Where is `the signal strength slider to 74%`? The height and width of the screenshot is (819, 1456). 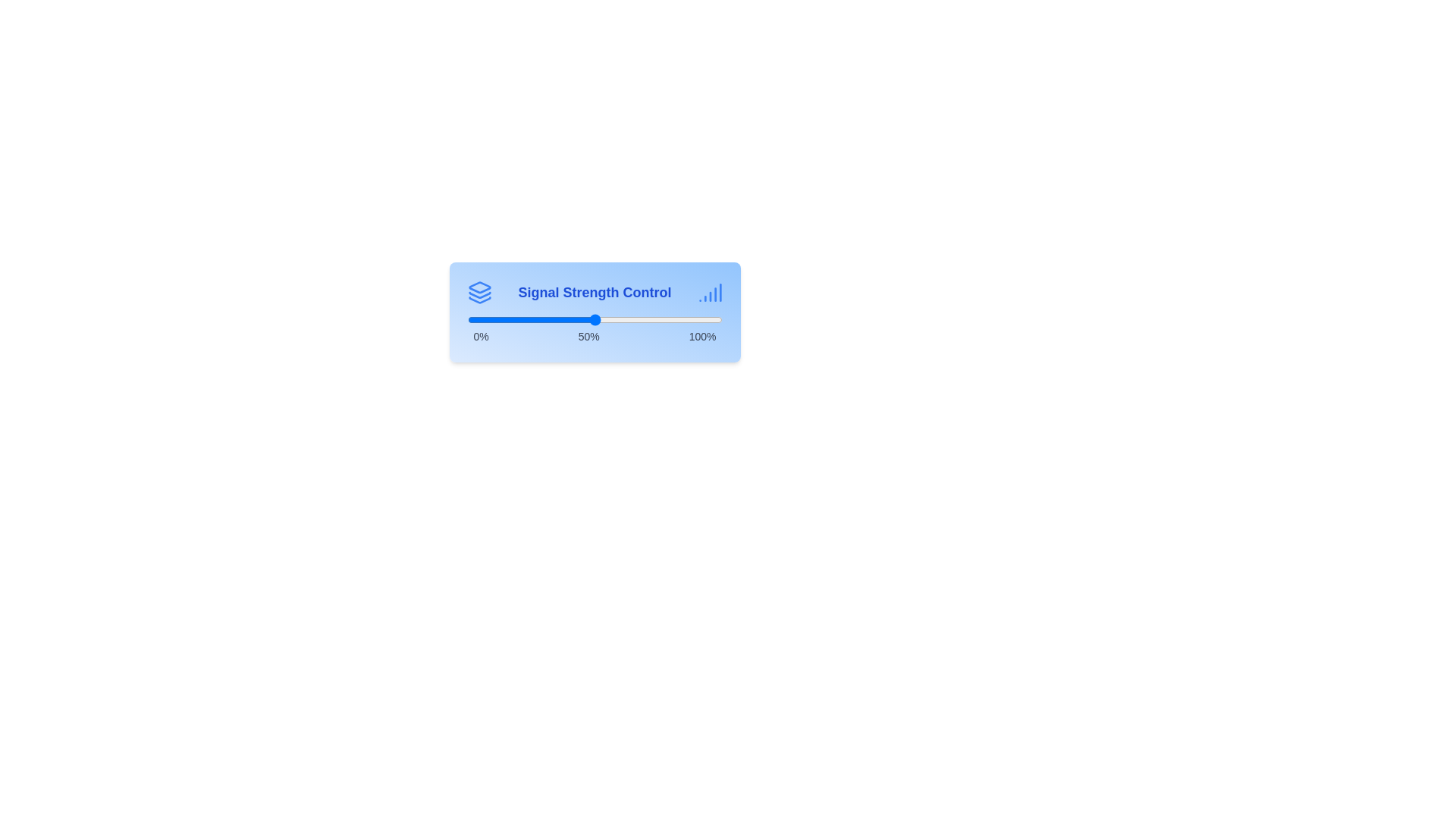 the signal strength slider to 74% is located at coordinates (656, 318).